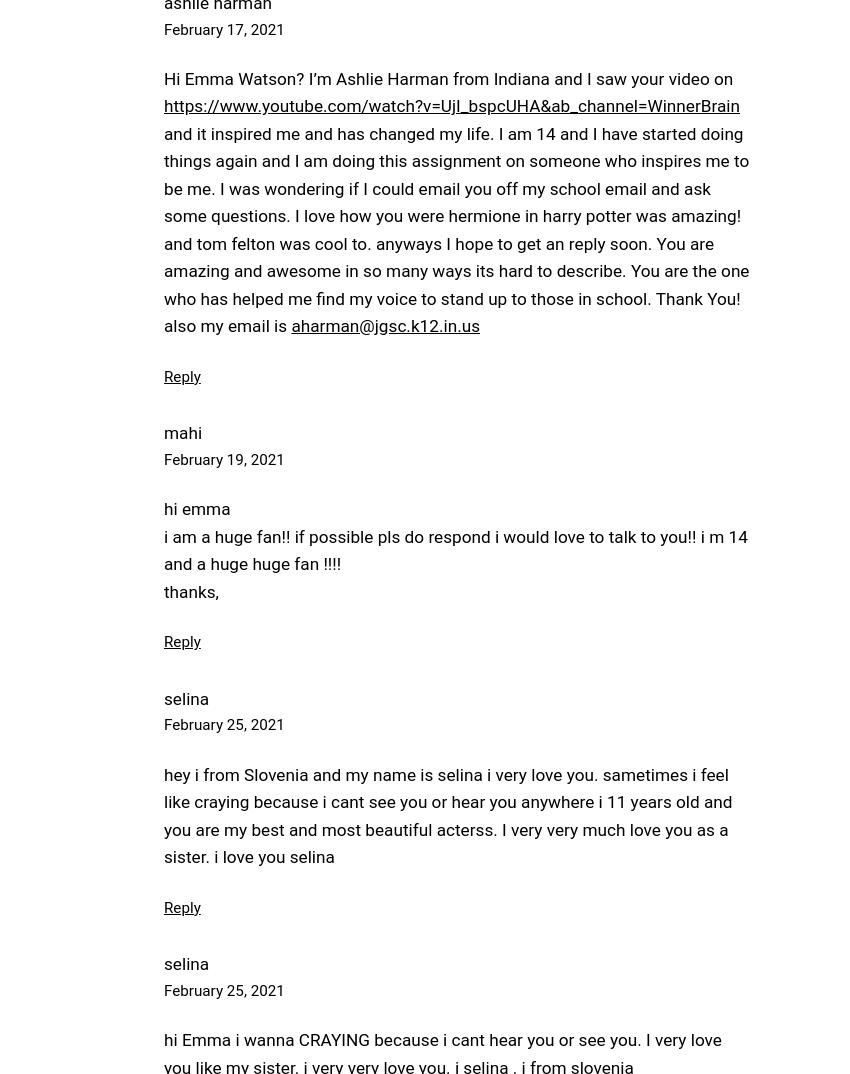  What do you see at coordinates (189, 590) in the screenshot?
I see `'thanks,'` at bounding box center [189, 590].